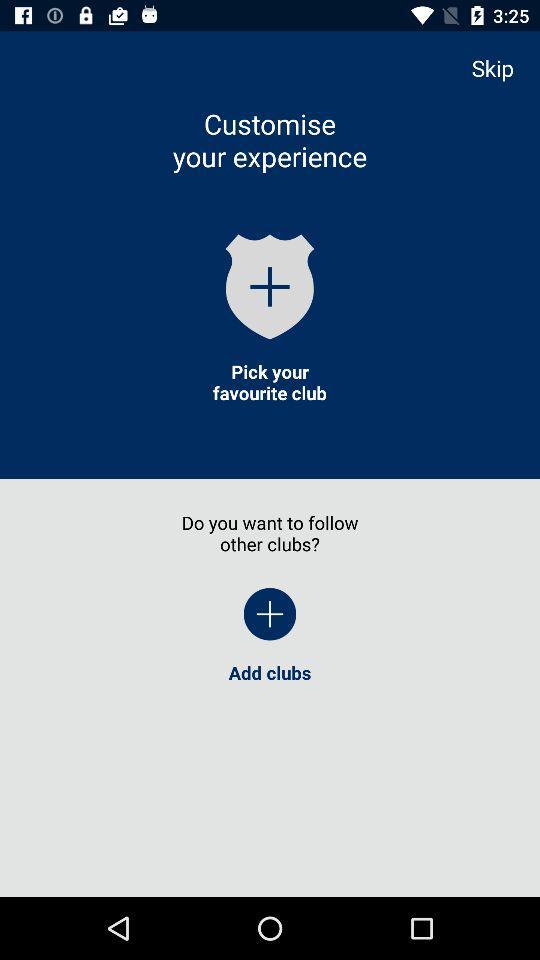 The width and height of the screenshot is (540, 960). I want to click on item above the add clubs, so click(501, 68).